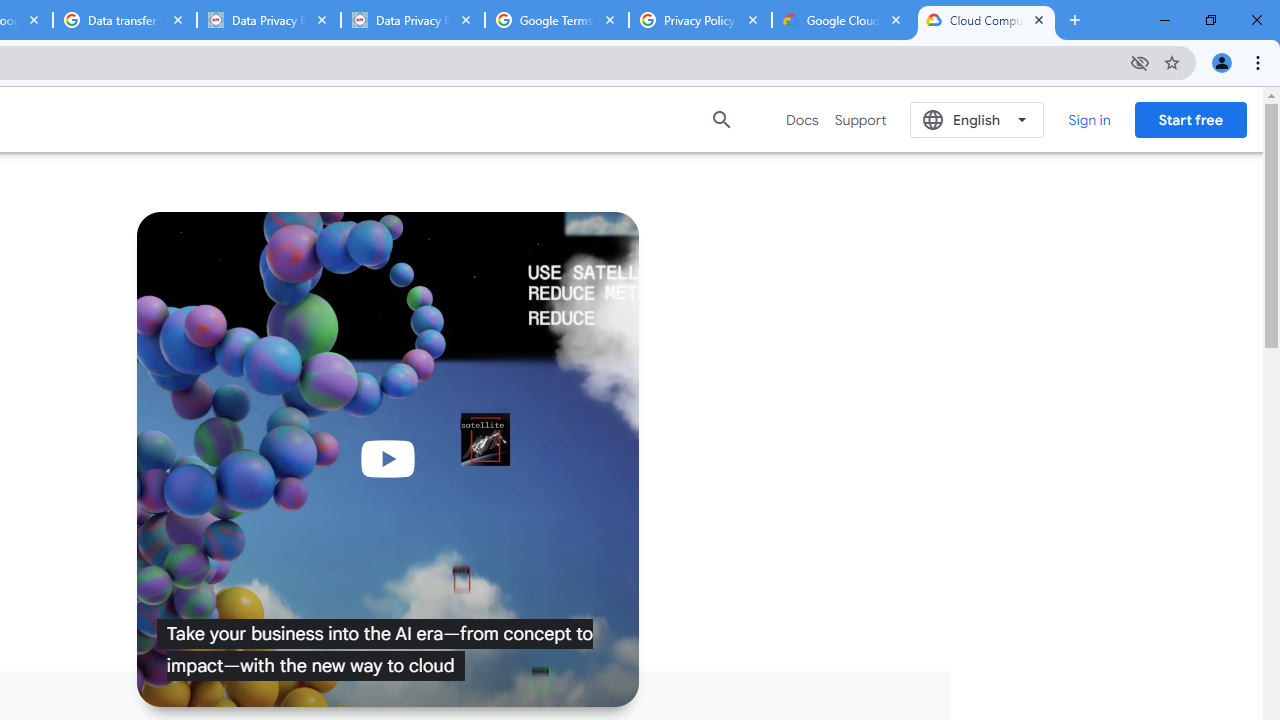 The width and height of the screenshot is (1280, 720). What do you see at coordinates (843, 20) in the screenshot?
I see `'Google Cloud Privacy Notice'` at bounding box center [843, 20].